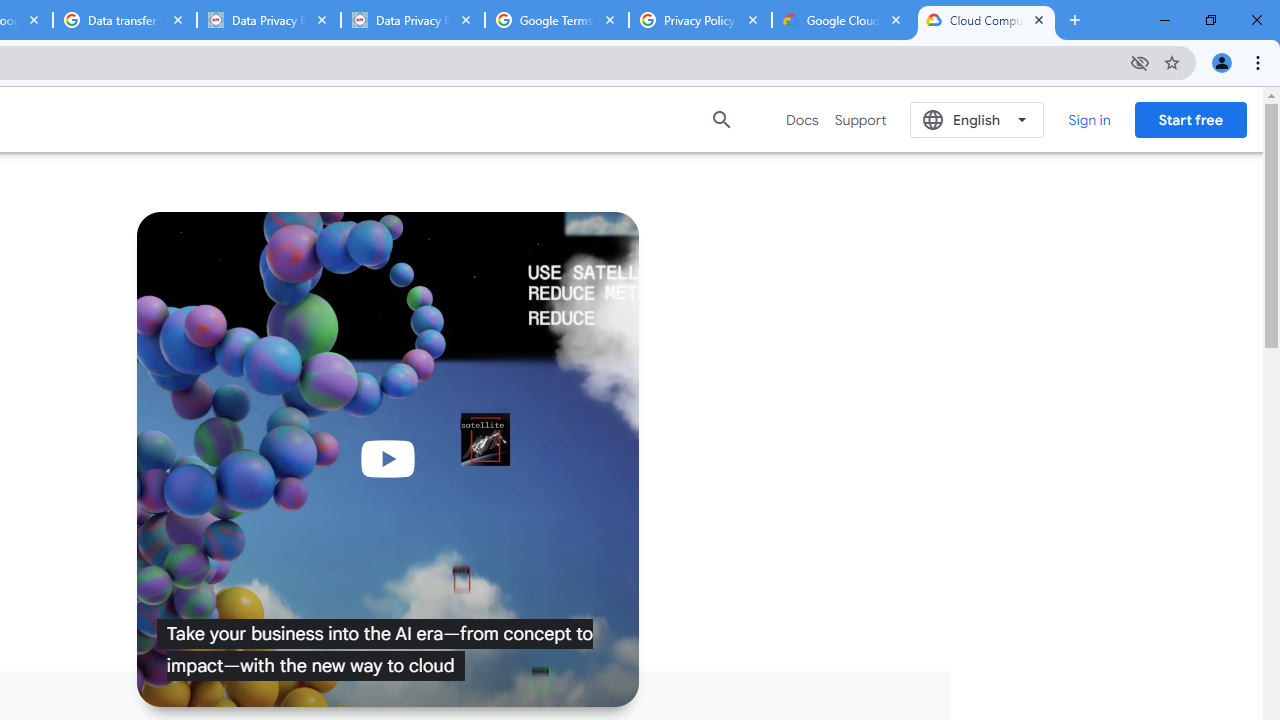 The width and height of the screenshot is (1280, 720). What do you see at coordinates (843, 20) in the screenshot?
I see `'Google Cloud Privacy Notice'` at bounding box center [843, 20].